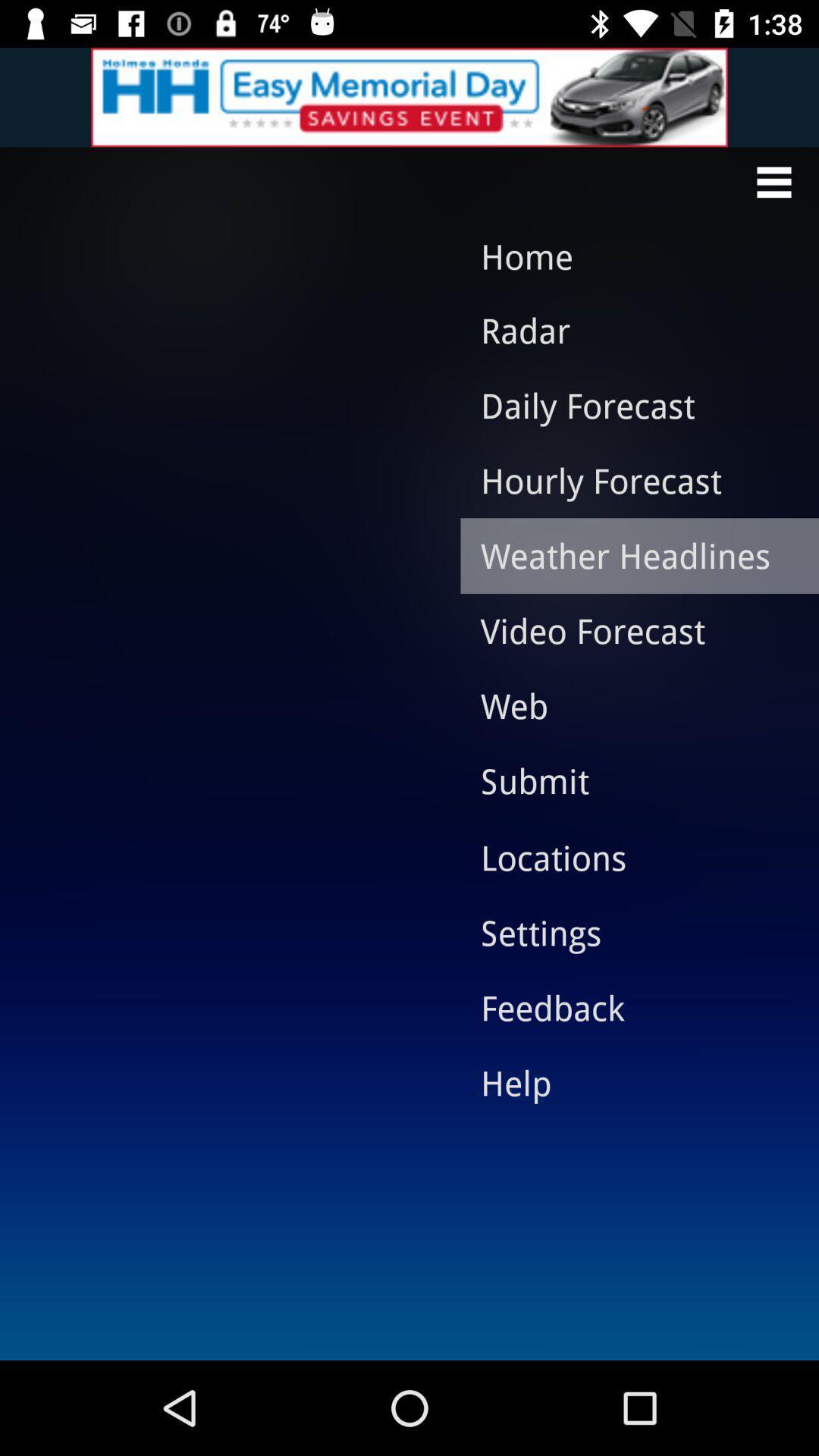  I want to click on home, so click(624, 256).